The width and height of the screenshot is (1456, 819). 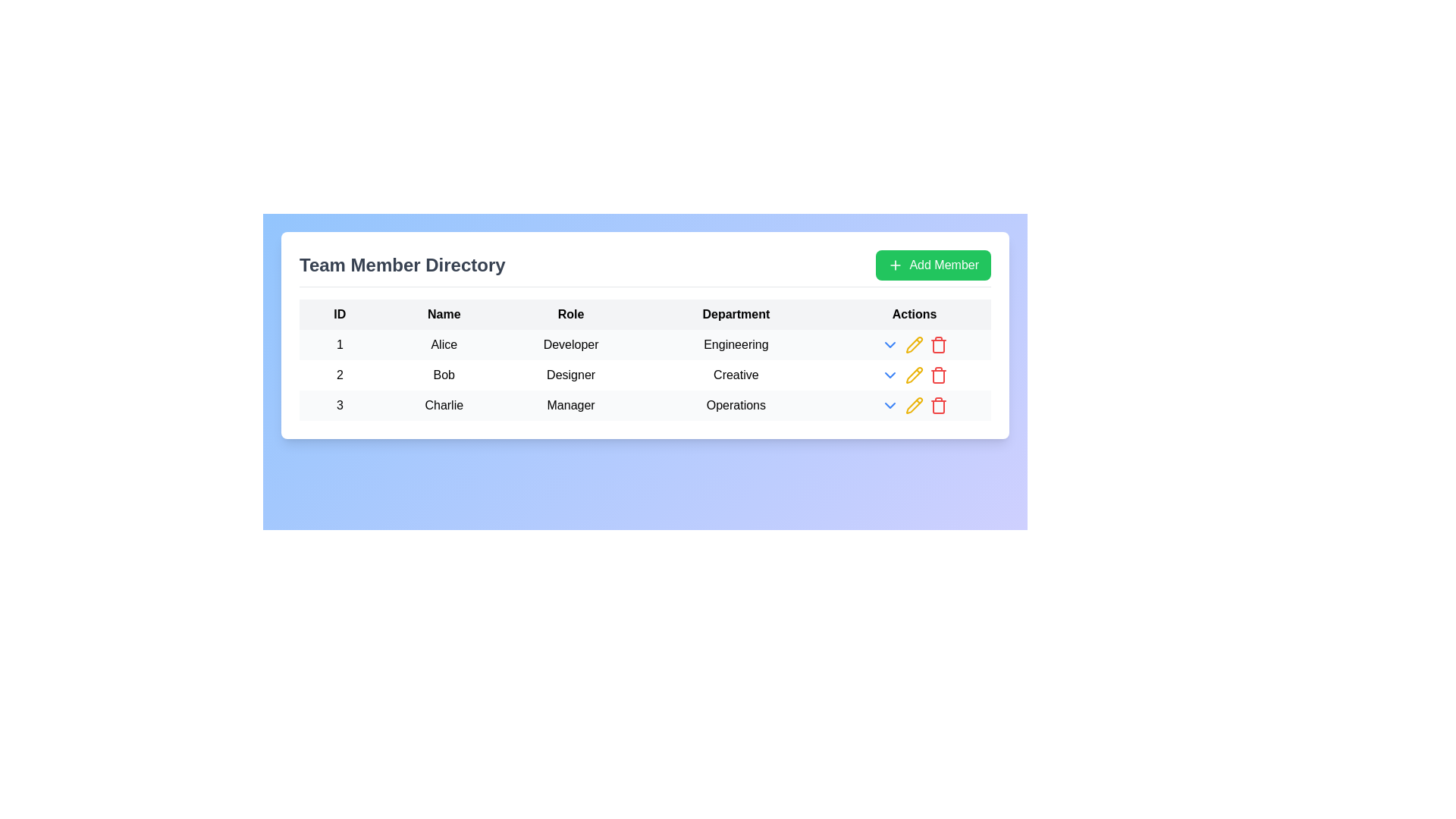 What do you see at coordinates (443, 345) in the screenshot?
I see `the text label displaying the name 'Alice', which is located under the 'Name' column in the first row of the table` at bounding box center [443, 345].